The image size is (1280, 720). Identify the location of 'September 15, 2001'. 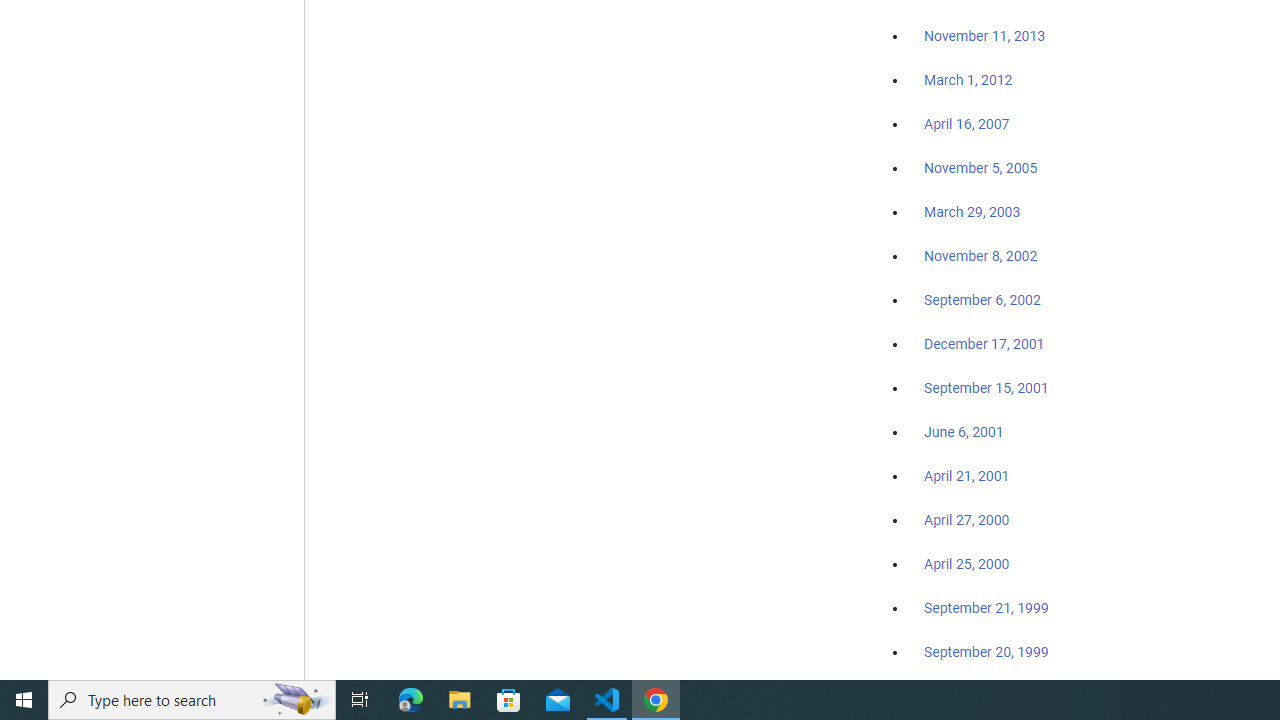
(986, 387).